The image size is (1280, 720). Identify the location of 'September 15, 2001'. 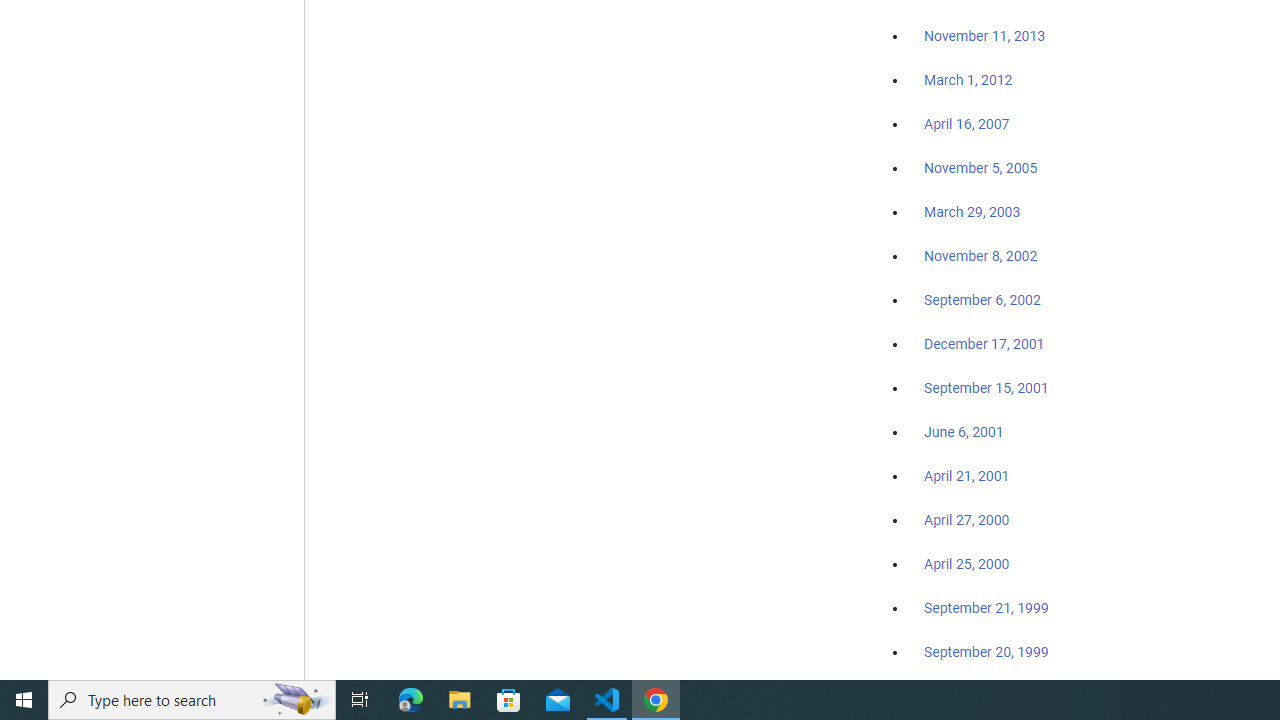
(986, 387).